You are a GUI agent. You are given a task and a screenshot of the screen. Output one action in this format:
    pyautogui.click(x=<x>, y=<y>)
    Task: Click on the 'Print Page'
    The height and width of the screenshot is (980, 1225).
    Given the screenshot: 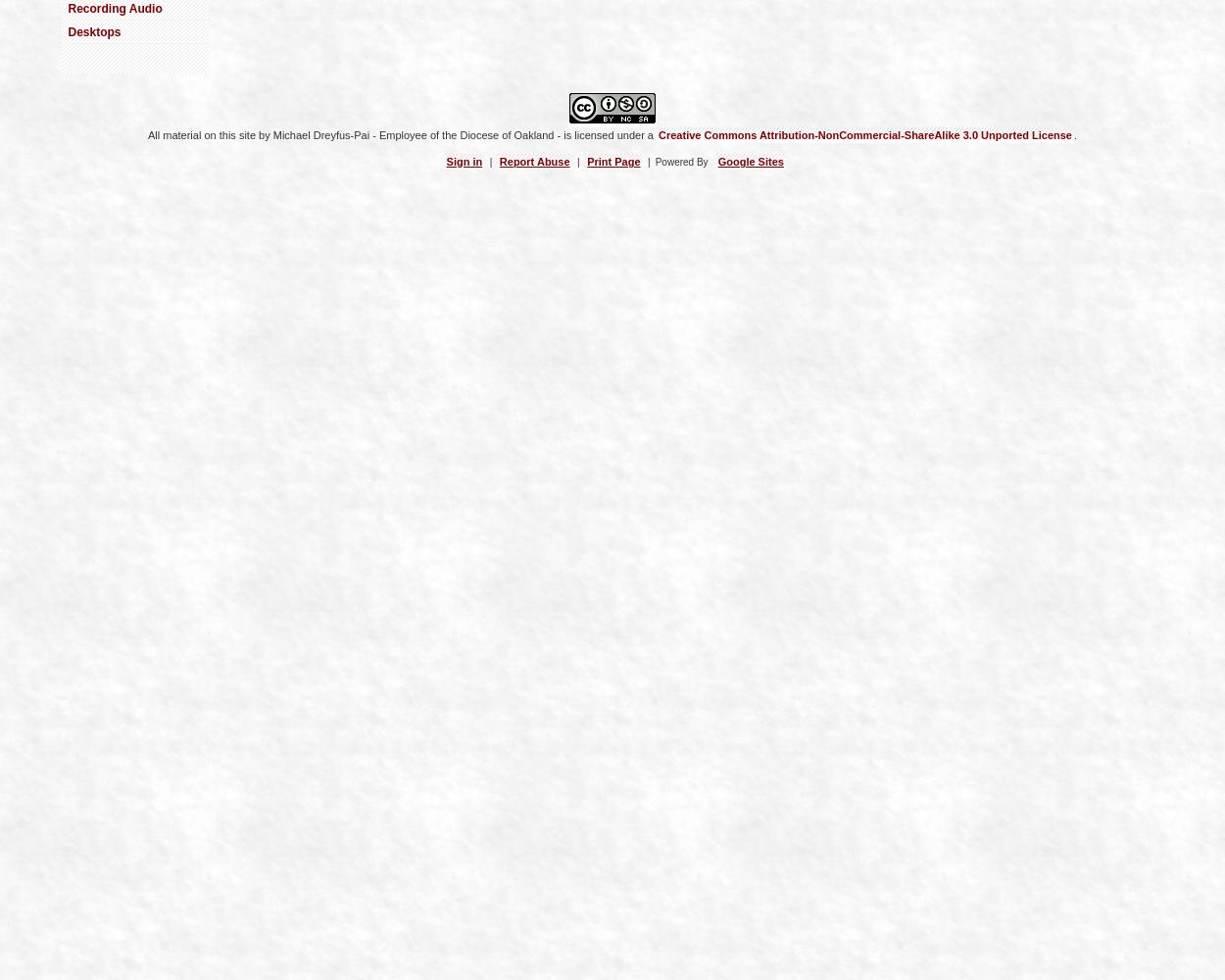 What is the action you would take?
    pyautogui.click(x=613, y=161)
    